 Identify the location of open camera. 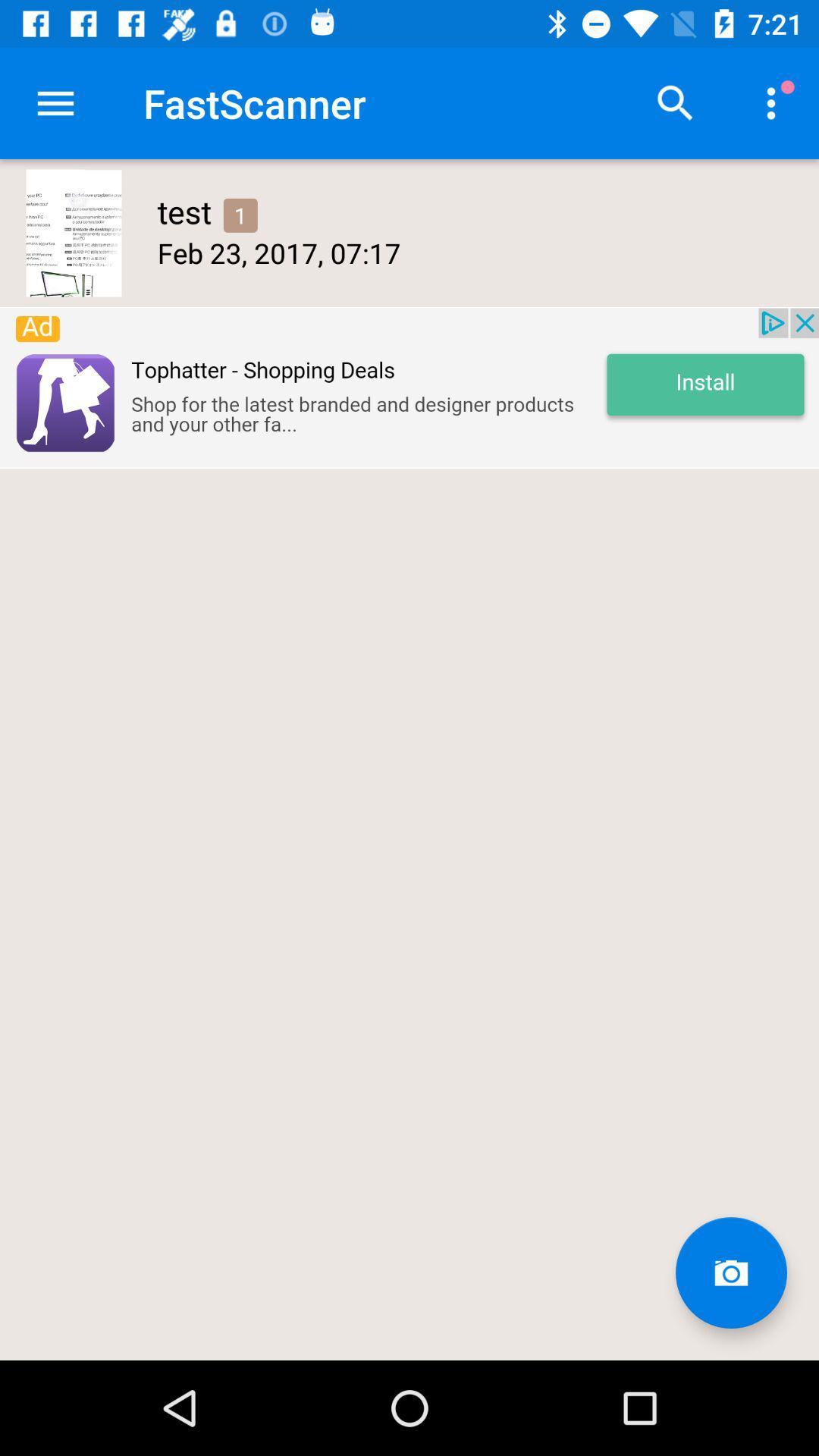
(730, 1272).